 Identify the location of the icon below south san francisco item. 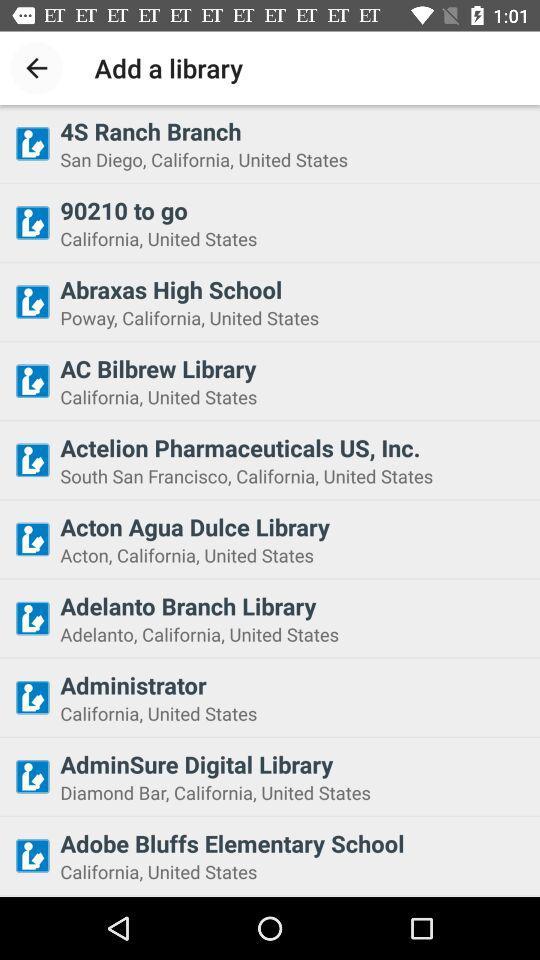
(293, 526).